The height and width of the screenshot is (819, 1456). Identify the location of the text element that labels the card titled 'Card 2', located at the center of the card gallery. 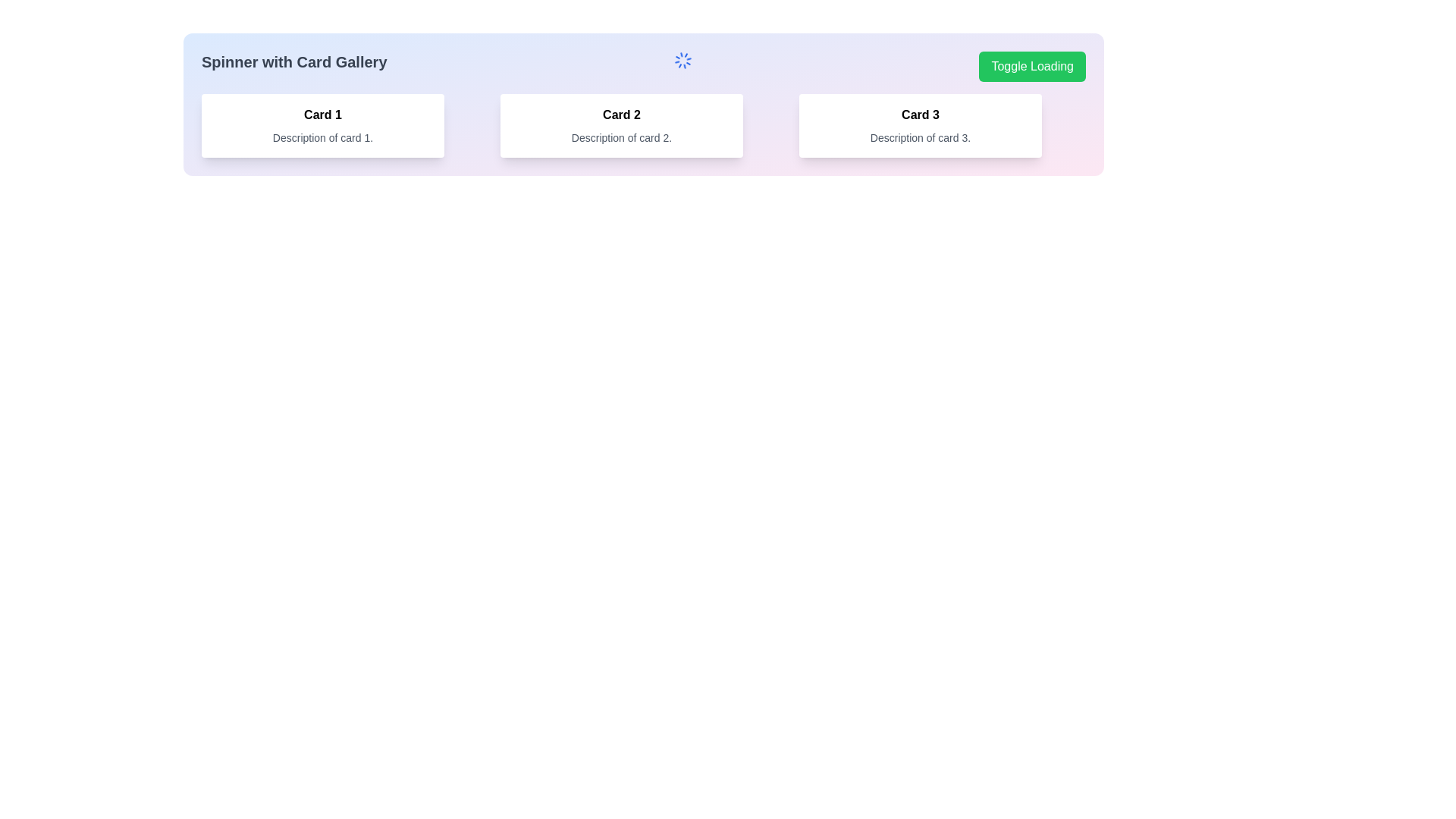
(622, 114).